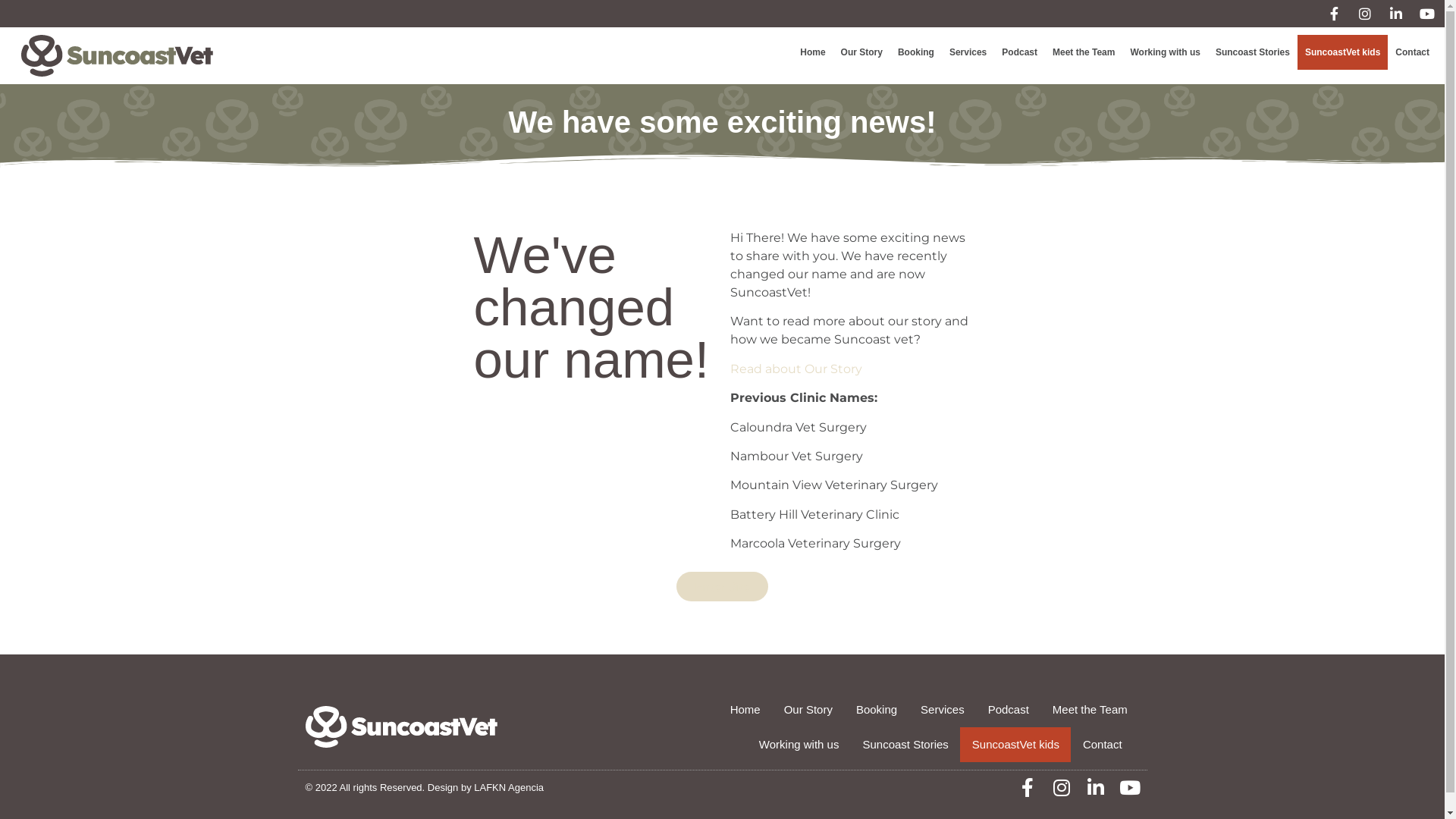  What do you see at coordinates (811, 52) in the screenshot?
I see `'Home'` at bounding box center [811, 52].